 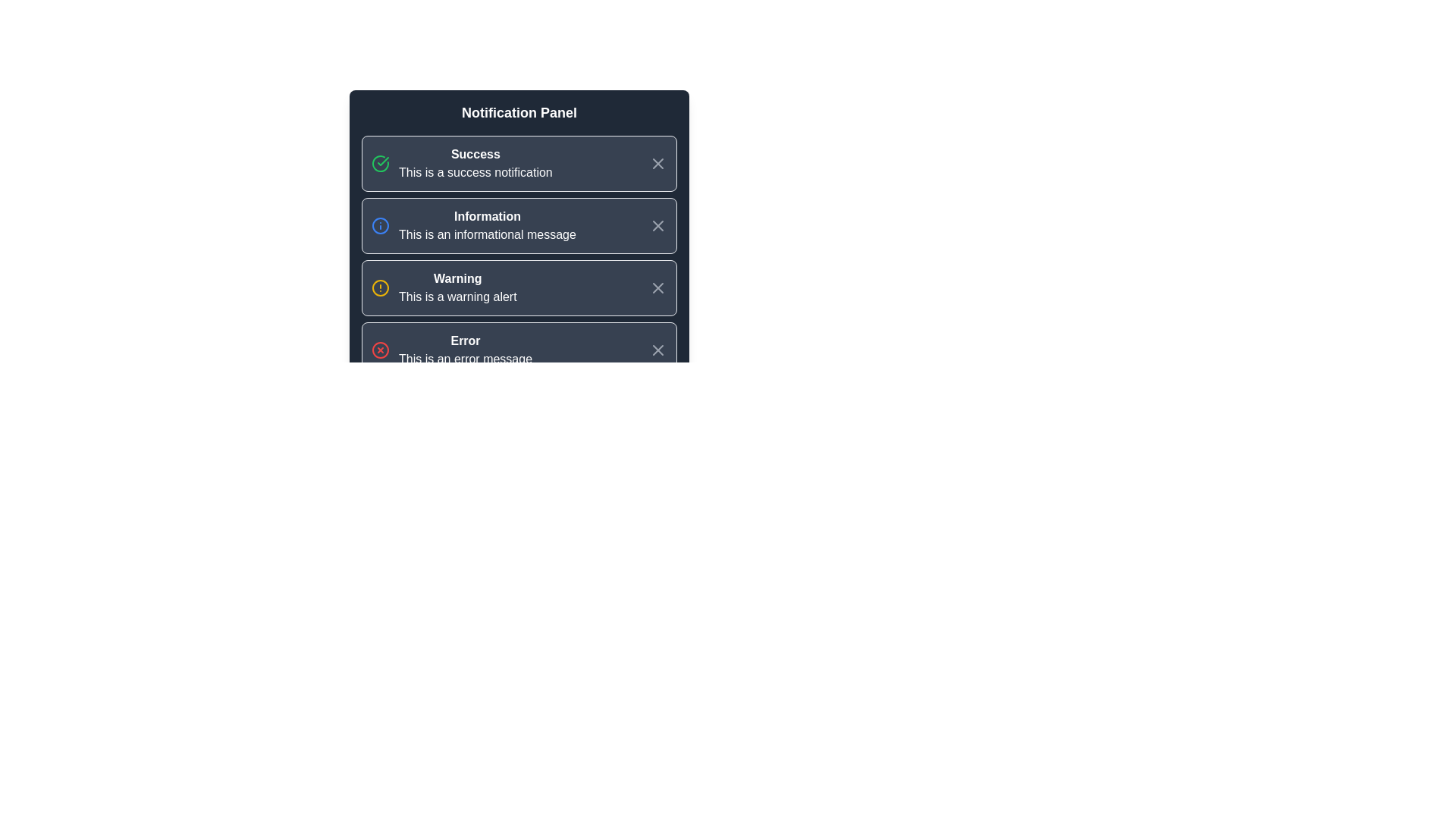 I want to click on the close (X) icon associated with the 'Information' notification, so click(x=658, y=225).